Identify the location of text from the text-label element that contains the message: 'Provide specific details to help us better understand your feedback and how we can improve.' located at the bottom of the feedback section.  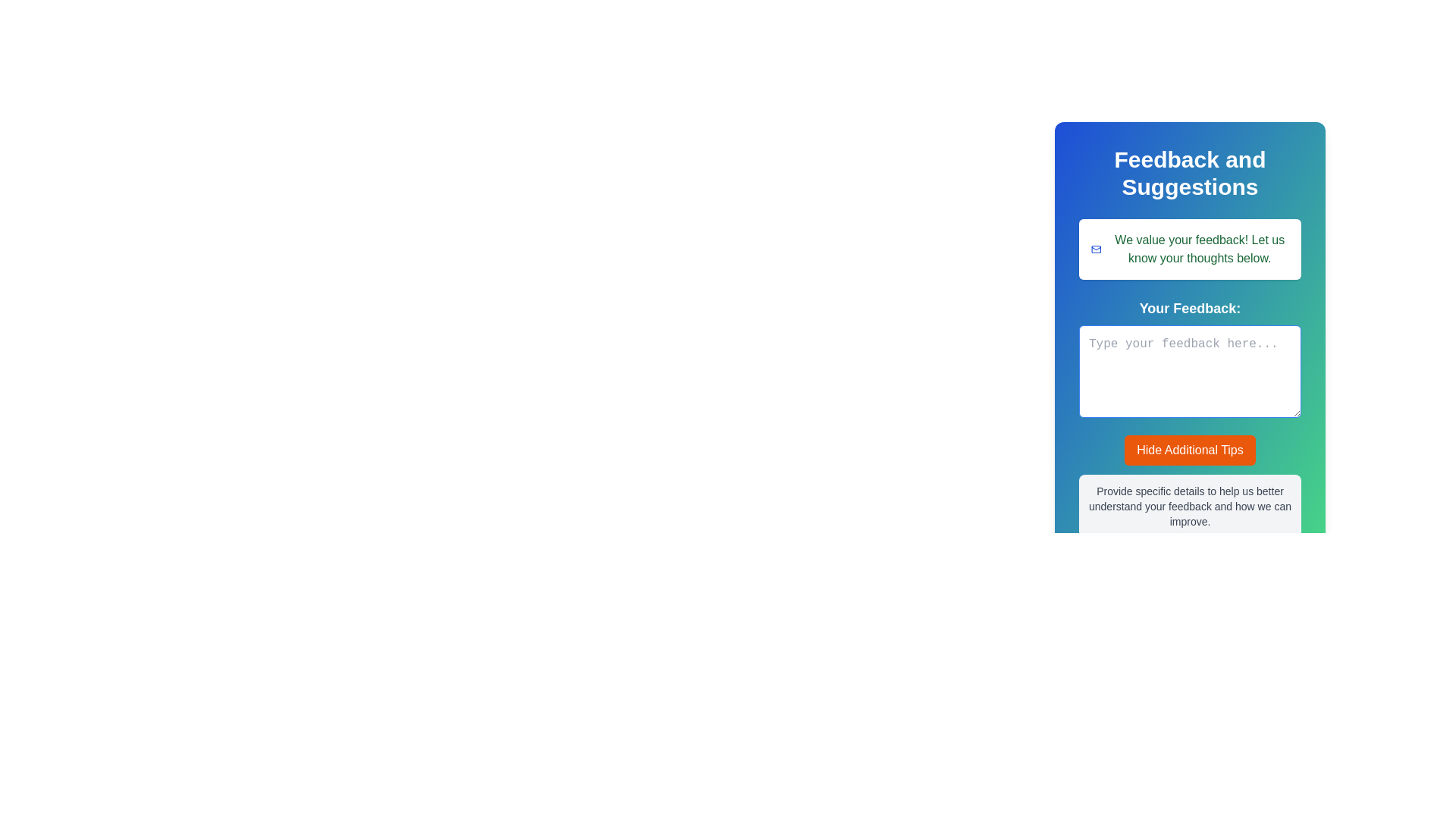
(1189, 506).